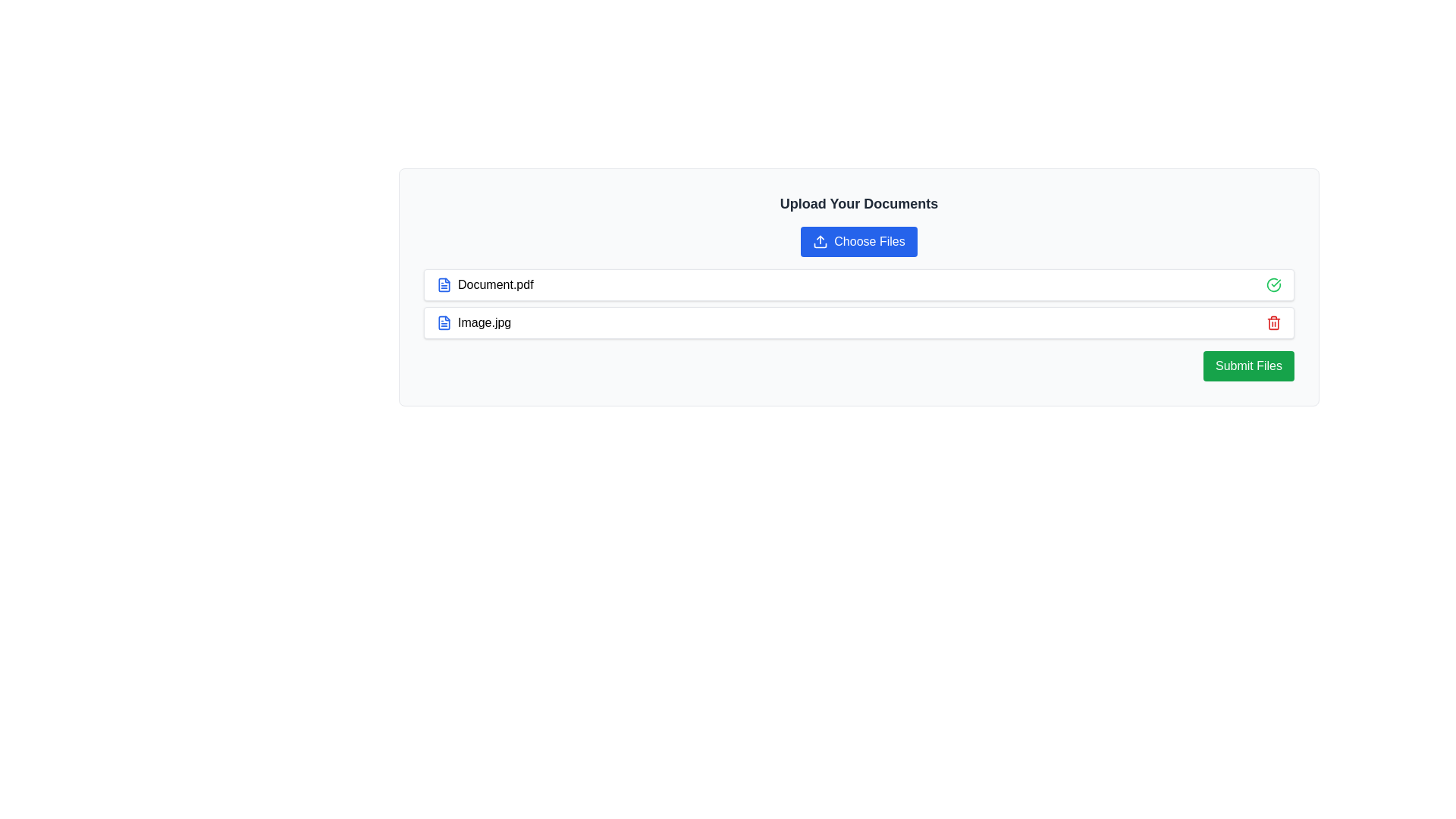  What do you see at coordinates (870, 241) in the screenshot?
I see `the text label within the upload button located at the top center of the interface, just below the 'Upload Your Documents' heading` at bounding box center [870, 241].